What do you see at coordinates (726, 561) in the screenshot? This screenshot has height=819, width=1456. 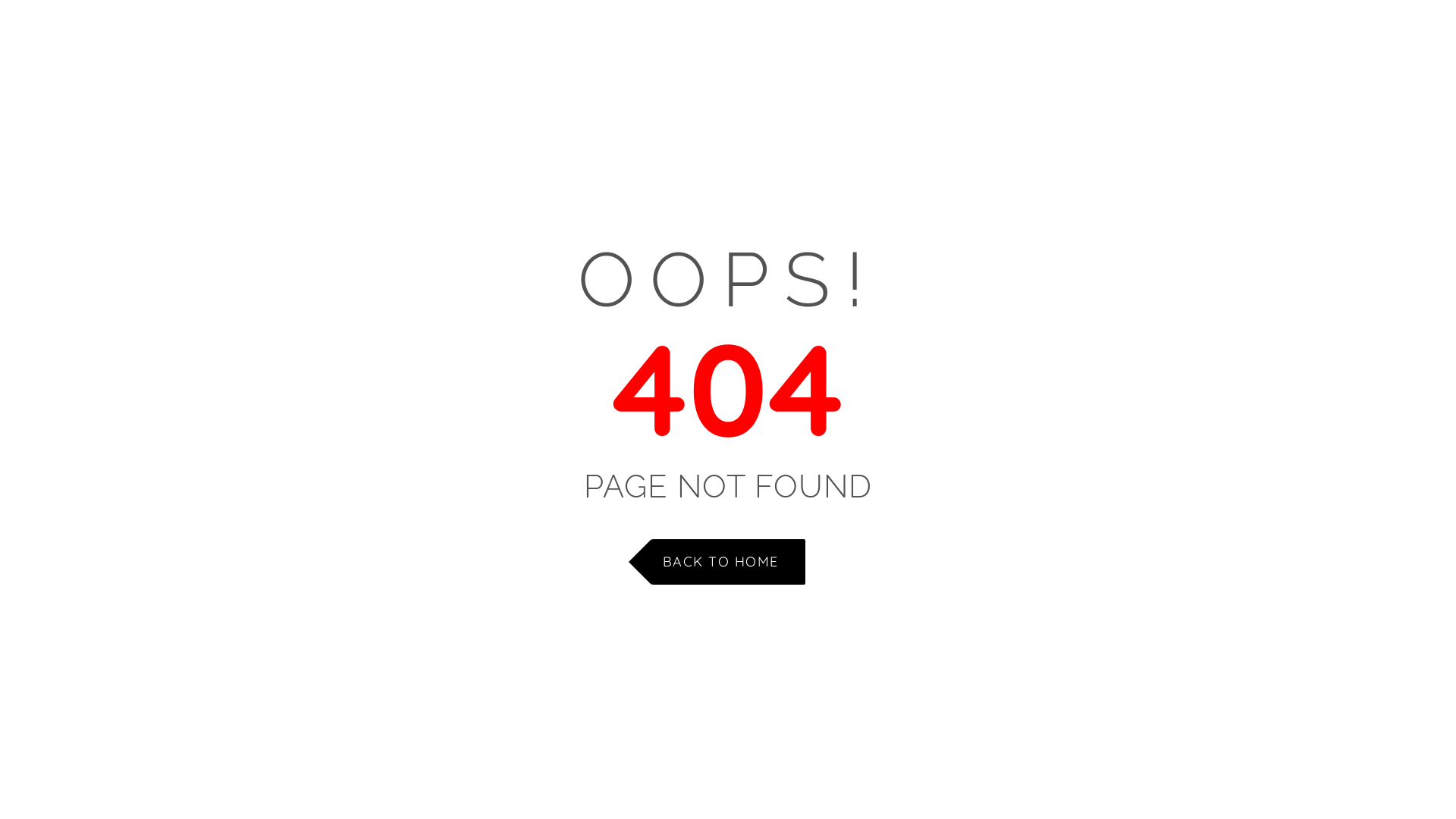 I see `'BACK TO HOME'` at bounding box center [726, 561].